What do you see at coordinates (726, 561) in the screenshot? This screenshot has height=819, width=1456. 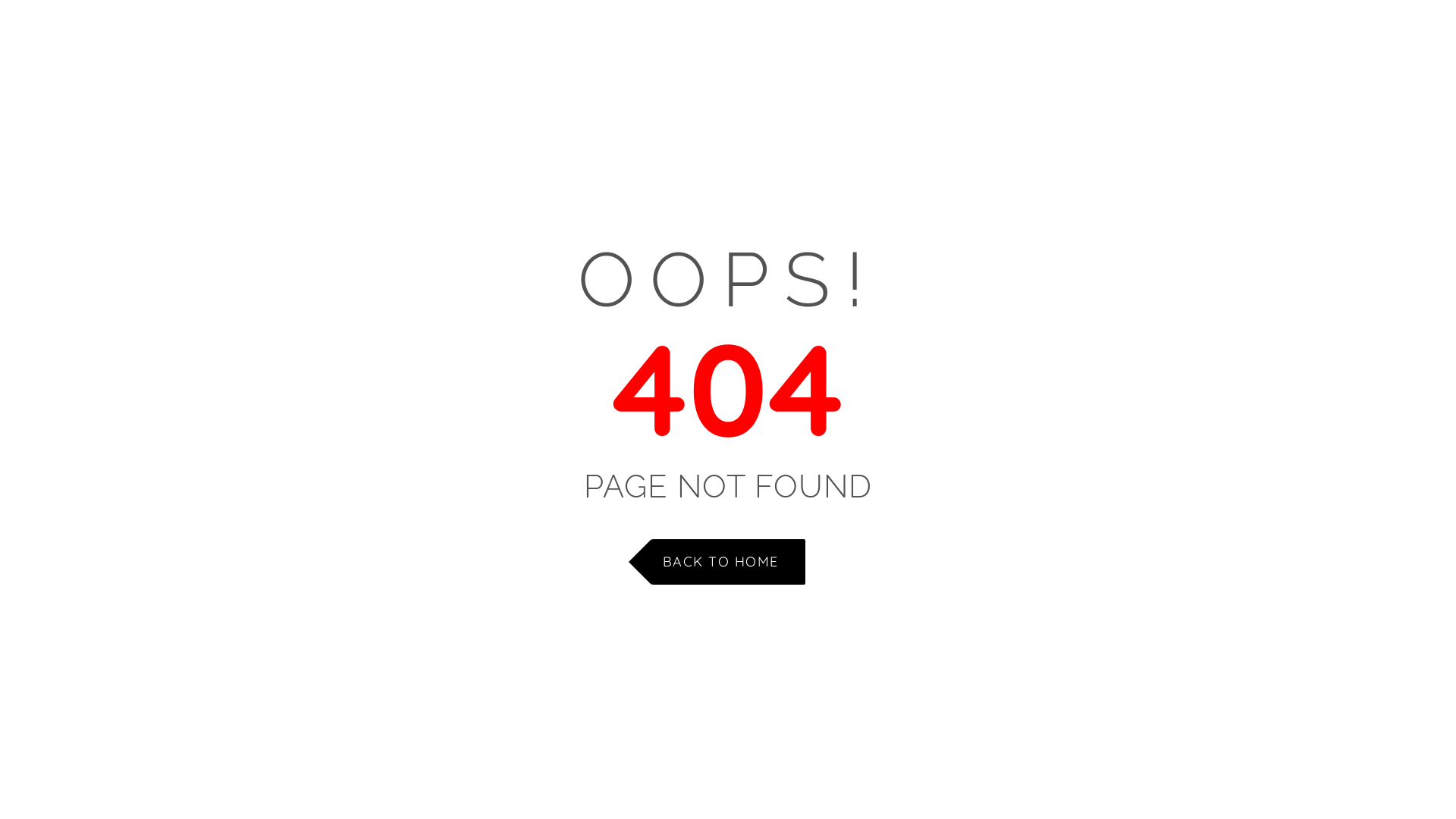 I see `'BACK TO HOME'` at bounding box center [726, 561].